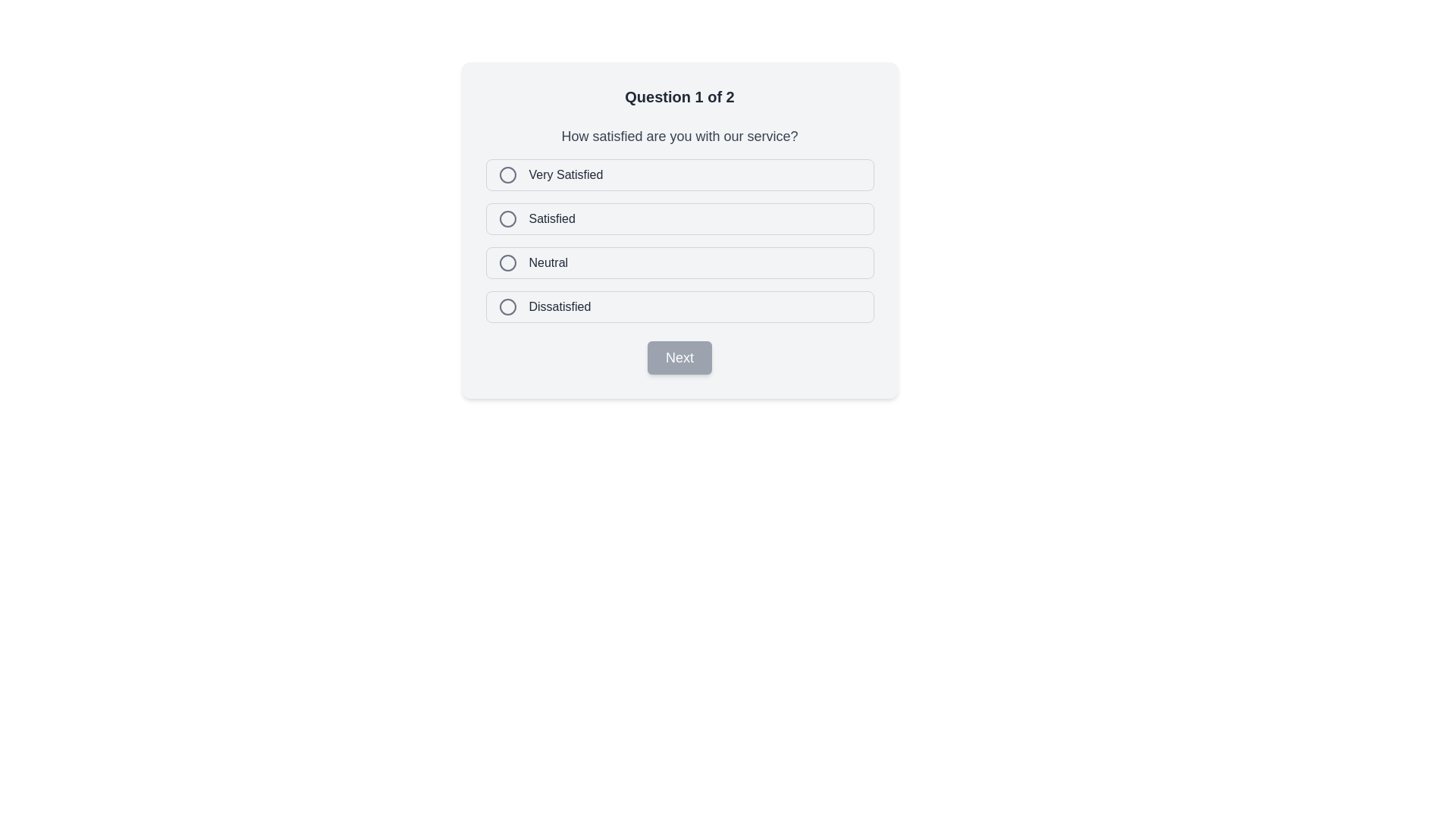 The width and height of the screenshot is (1456, 819). I want to click on the 'Next' button, which has a blue background and white text, located beneath the radio button options, so click(679, 357).